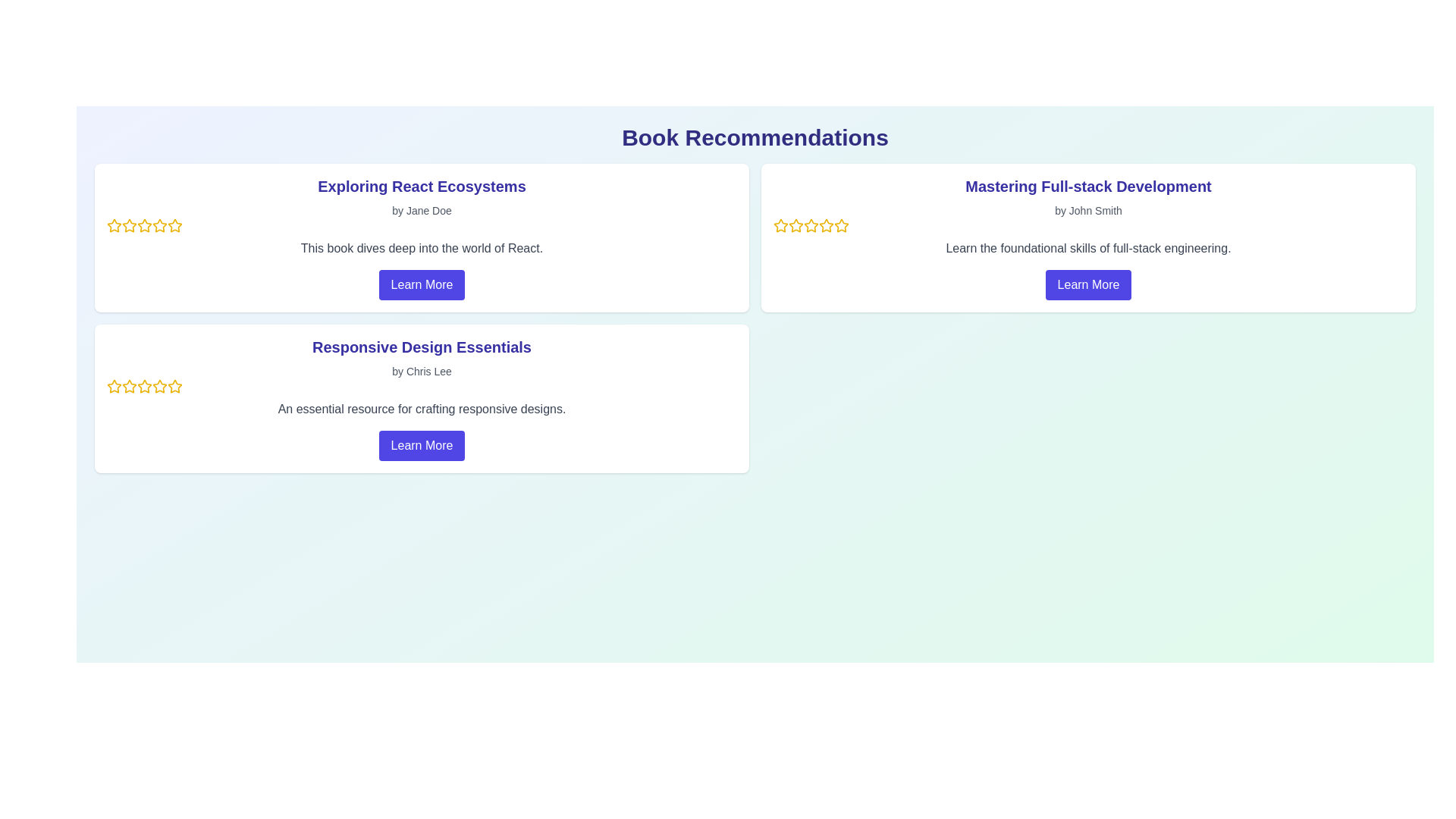  What do you see at coordinates (160, 225) in the screenshot?
I see `the sixth star in the rating widget under the 'Exploring React Ecosystems' section to visually represent the rating level` at bounding box center [160, 225].